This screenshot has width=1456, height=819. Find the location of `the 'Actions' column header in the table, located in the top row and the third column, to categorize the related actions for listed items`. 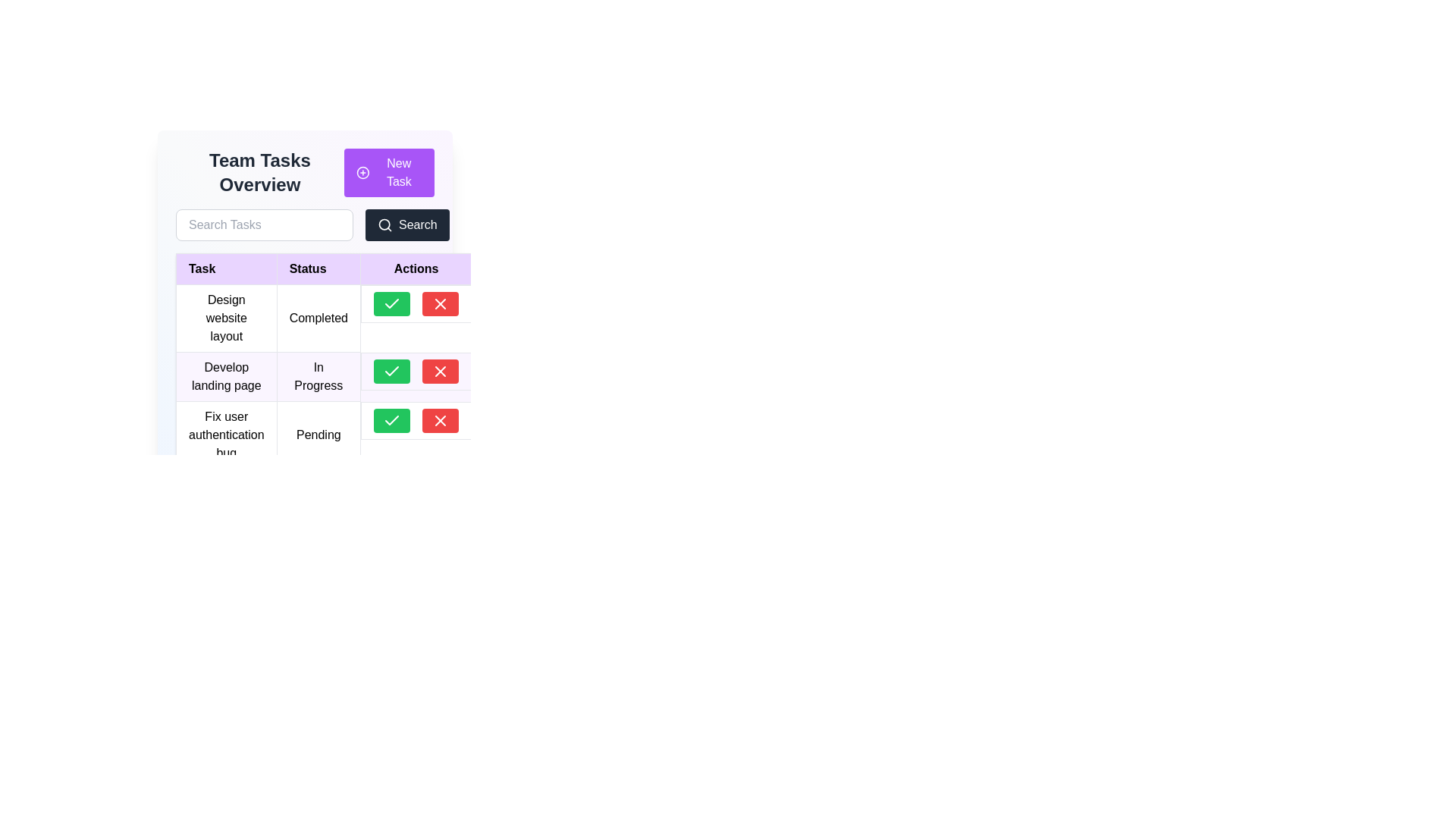

the 'Actions' column header in the table, located in the top row and the third column, to categorize the related actions for listed items is located at coordinates (416, 268).